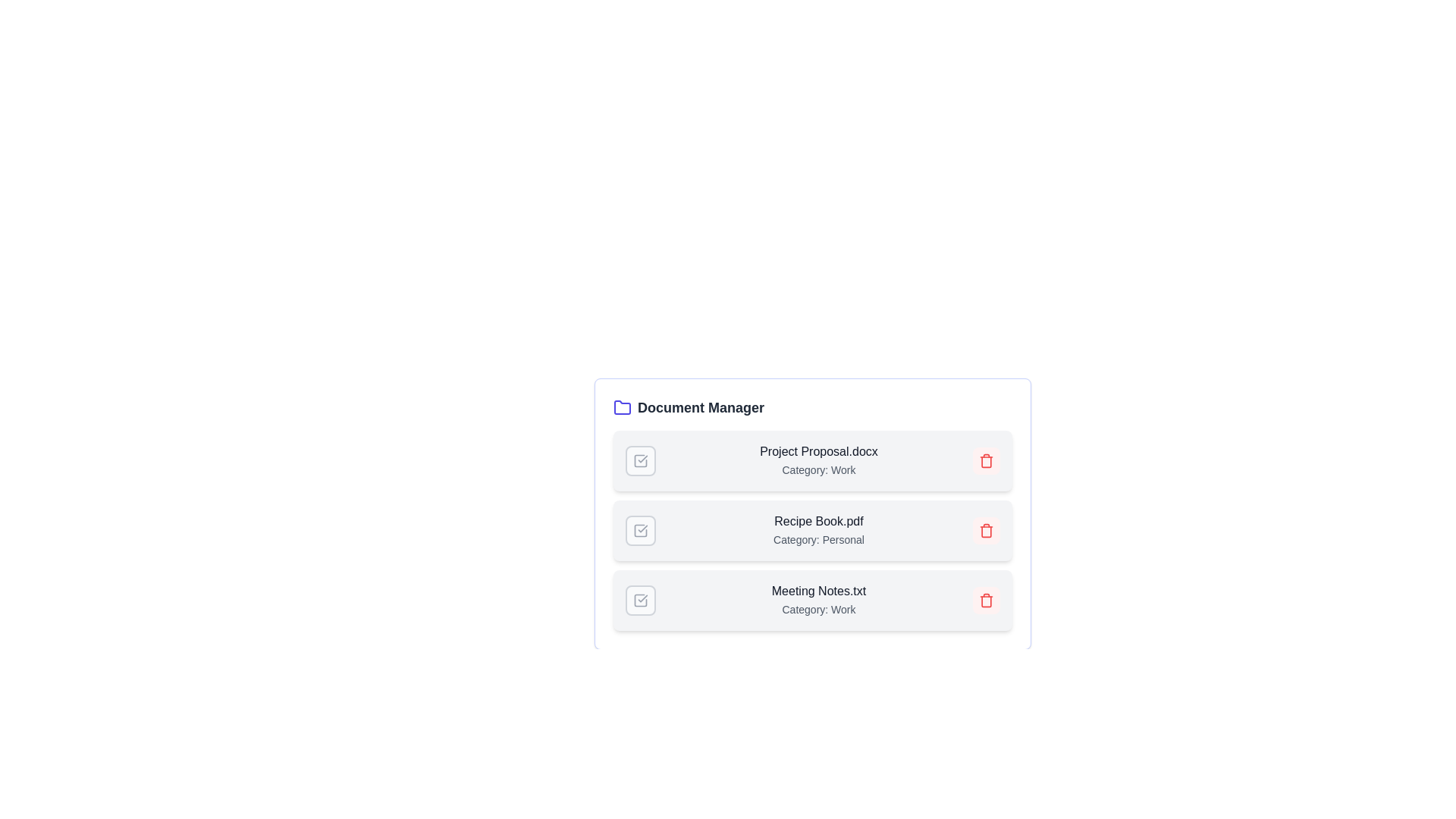 Image resolution: width=1456 pixels, height=819 pixels. Describe the element at coordinates (640, 599) in the screenshot. I see `the Checkbox icon located in the third row of the 'Document Manager' section, adjacent to 'Meeting Notes.txt'` at that location.